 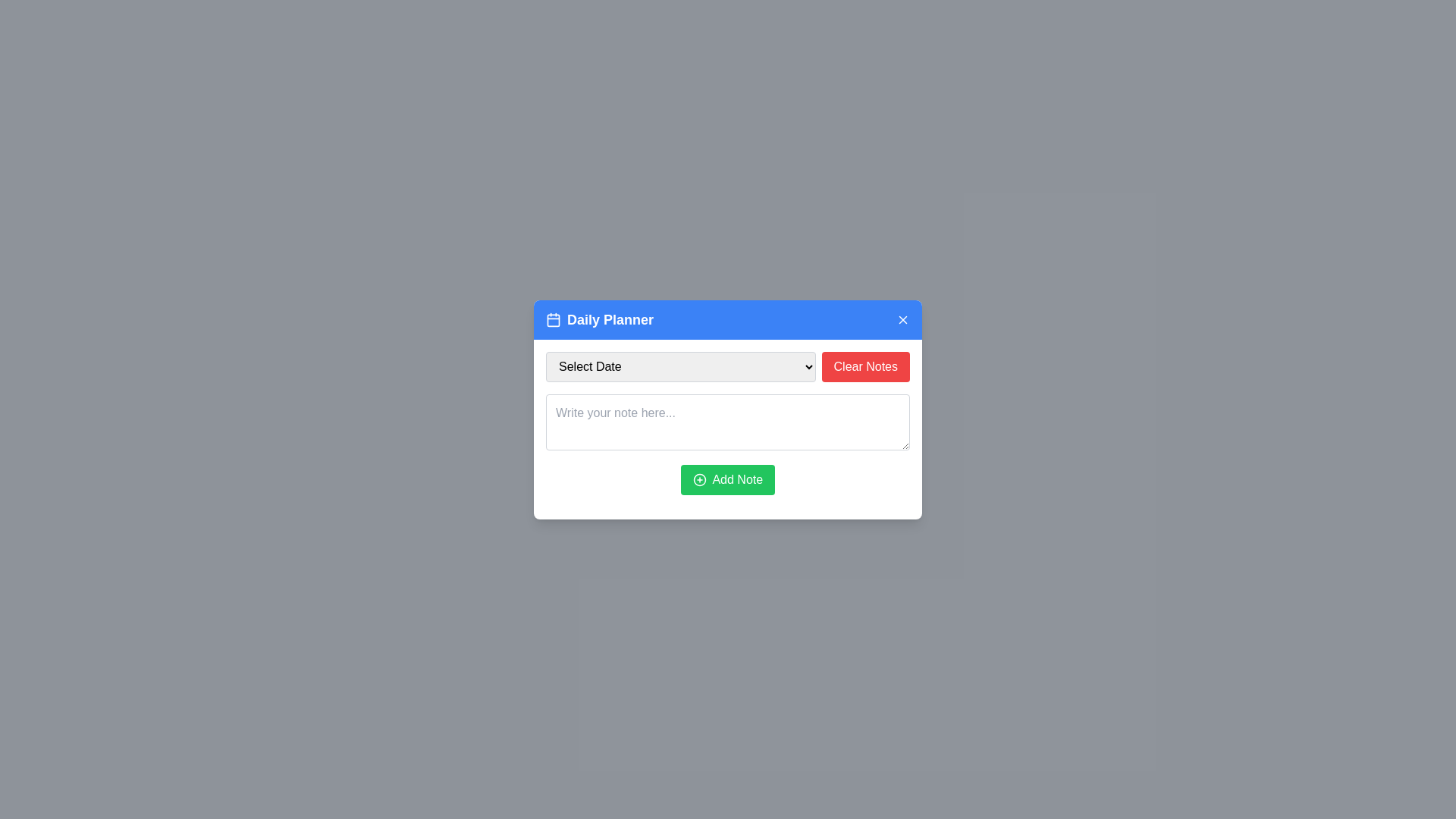 What do you see at coordinates (902, 318) in the screenshot?
I see `the close or dismiss icon located in the top-right corner of the blue header of the dialog box` at bounding box center [902, 318].